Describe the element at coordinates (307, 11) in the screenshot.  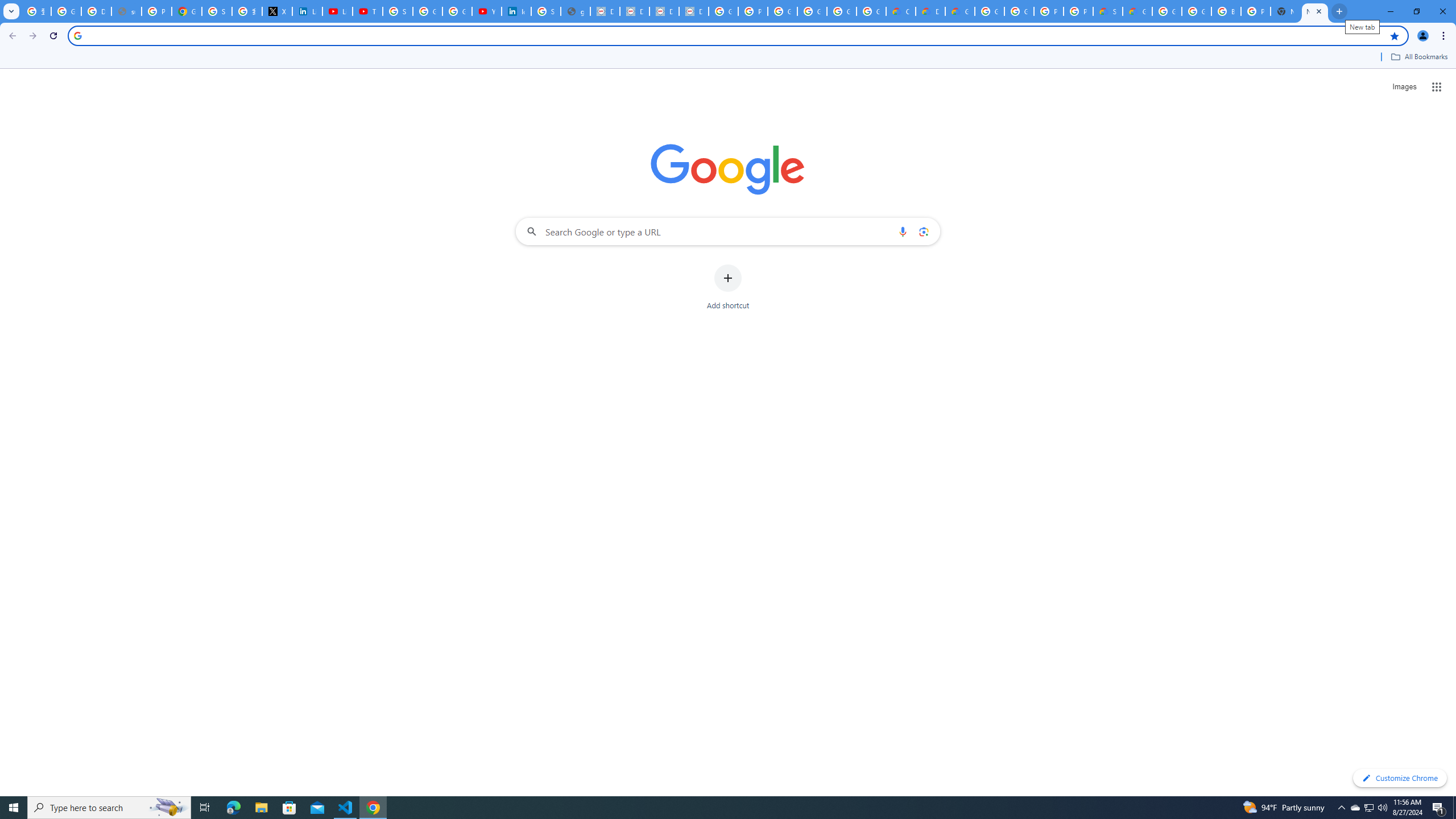
I see `'LinkedIn Privacy Policy'` at that location.